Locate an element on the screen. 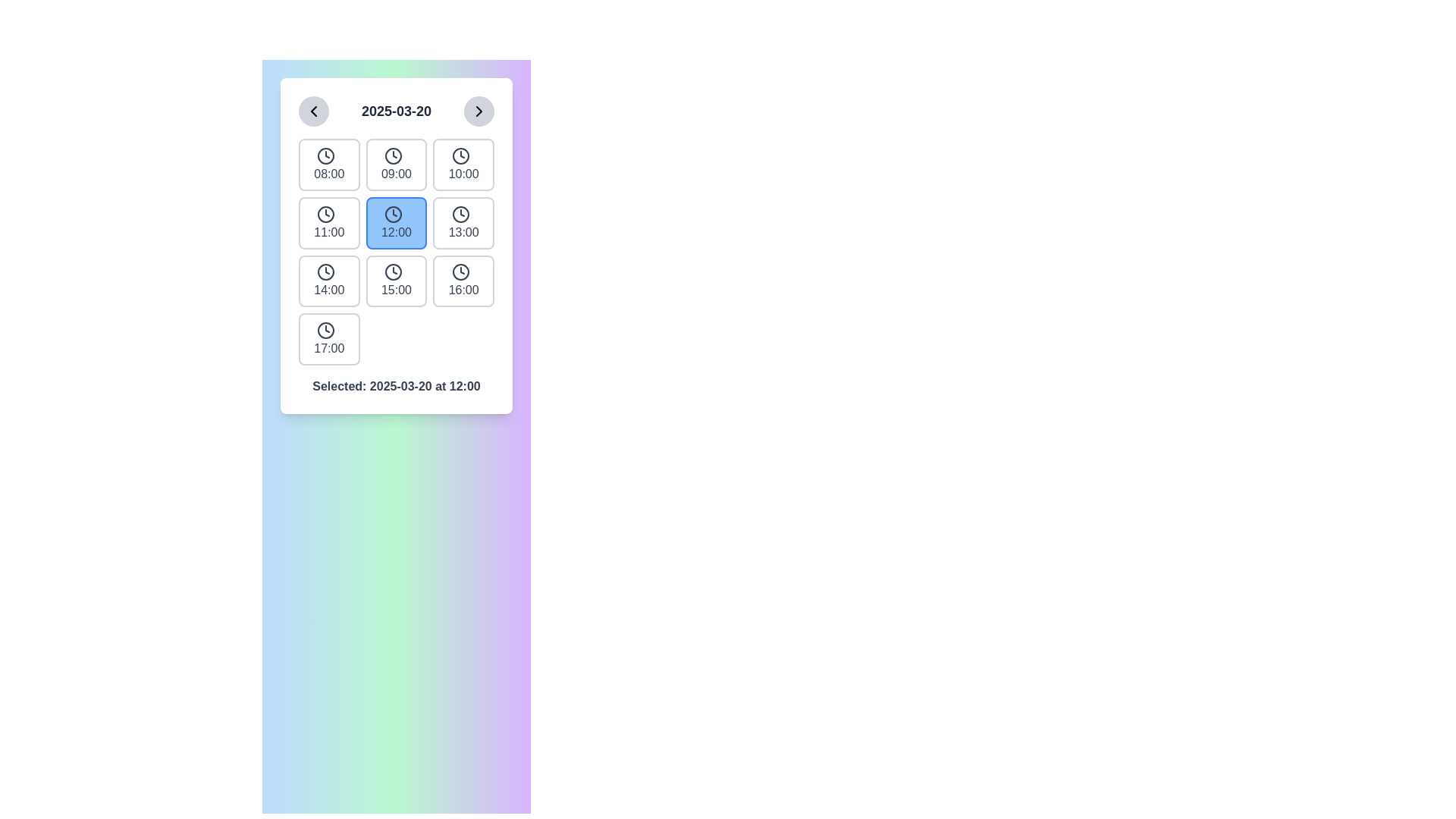 The height and width of the screenshot is (819, 1456). the clock icon corresponding to the '16:00' time slot is located at coordinates (460, 271).